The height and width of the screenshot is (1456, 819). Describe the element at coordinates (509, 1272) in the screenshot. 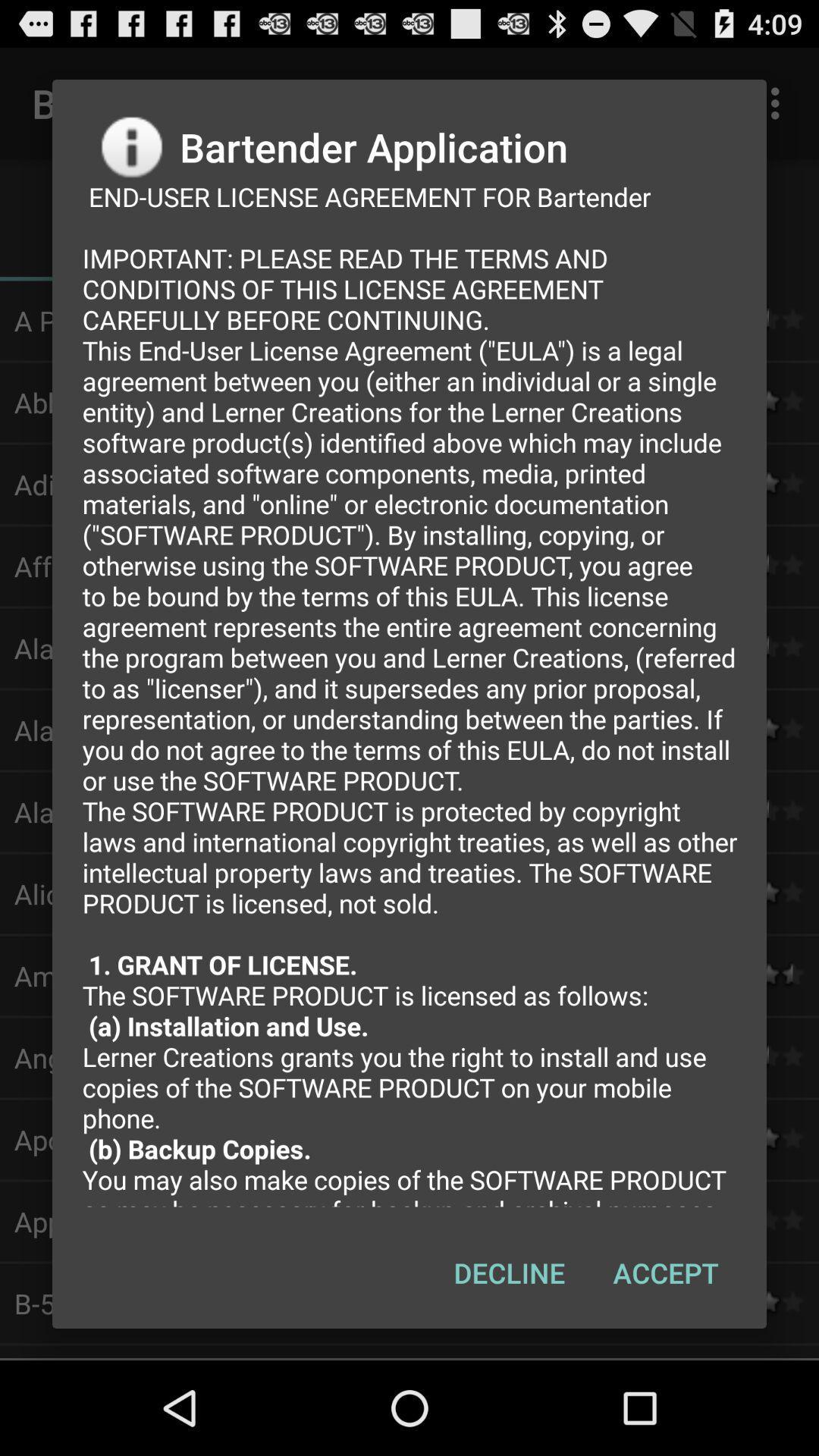

I see `the icon next to the accept item` at that location.